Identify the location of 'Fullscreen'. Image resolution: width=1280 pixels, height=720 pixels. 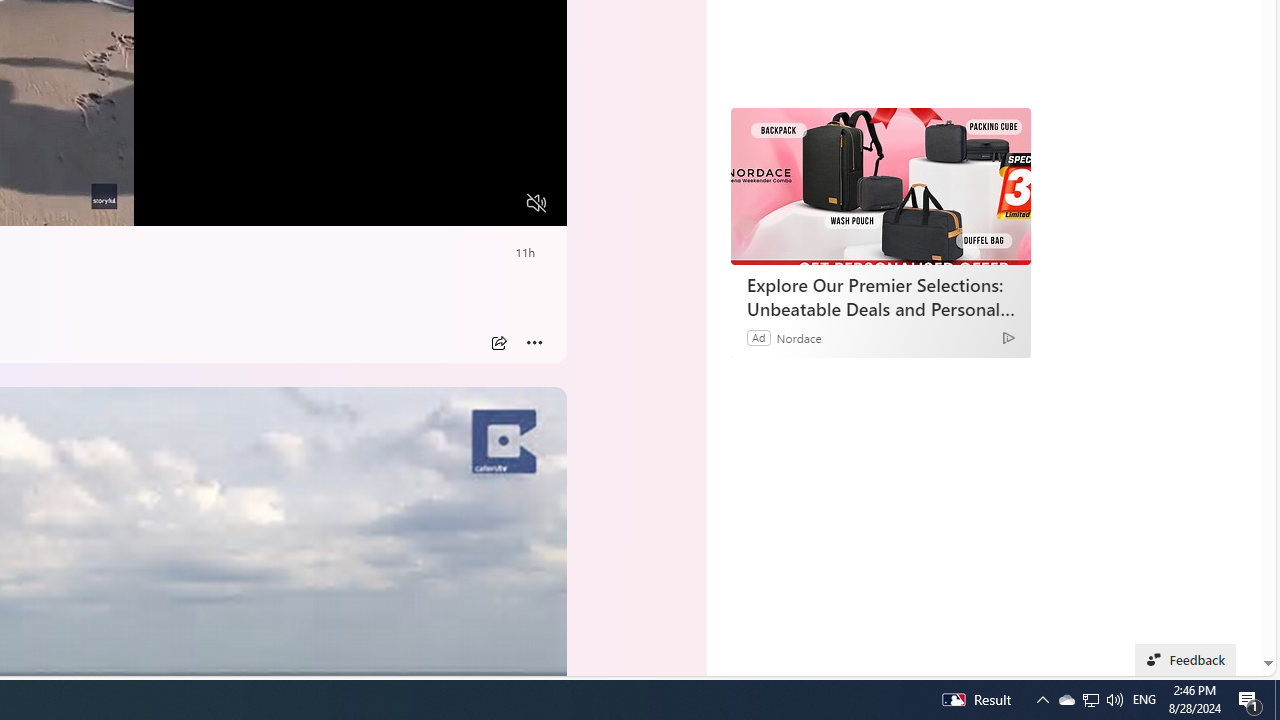
(497, 203).